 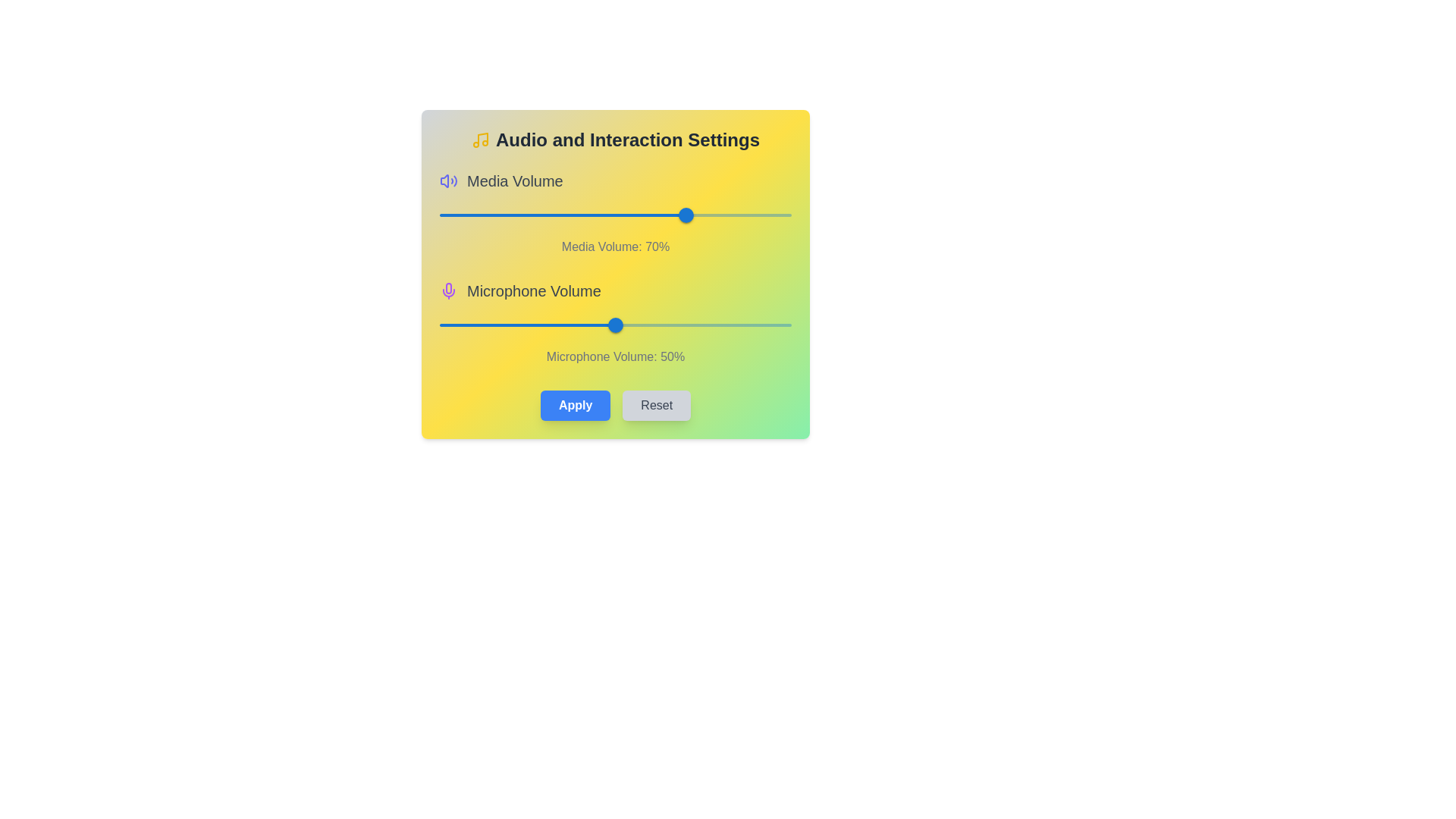 What do you see at coordinates (594, 215) in the screenshot?
I see `the slider value` at bounding box center [594, 215].